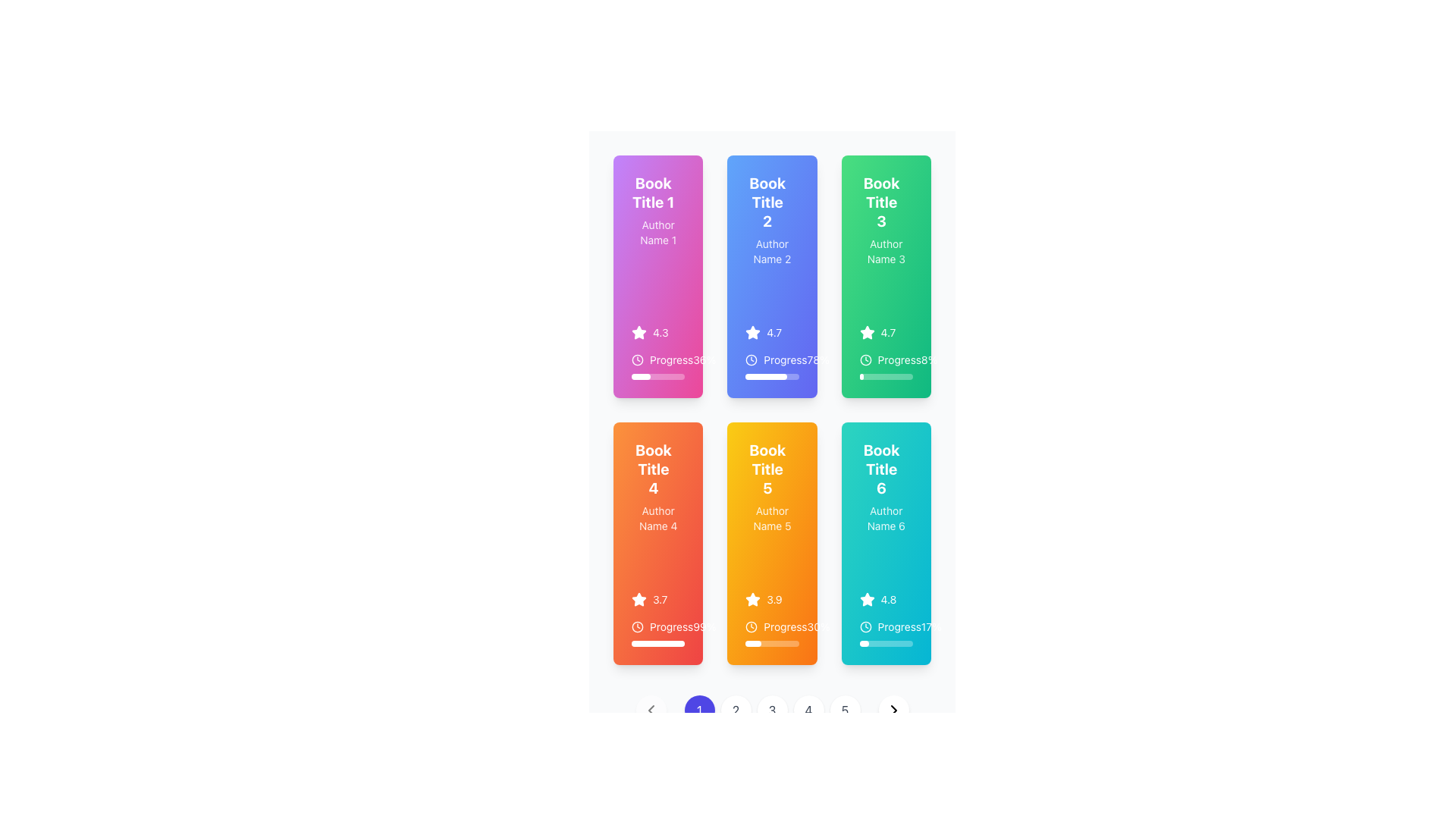 The width and height of the screenshot is (1456, 819). Describe the element at coordinates (886, 277) in the screenshot. I see `the third card in the first row of the grid layout containing book information` at that location.